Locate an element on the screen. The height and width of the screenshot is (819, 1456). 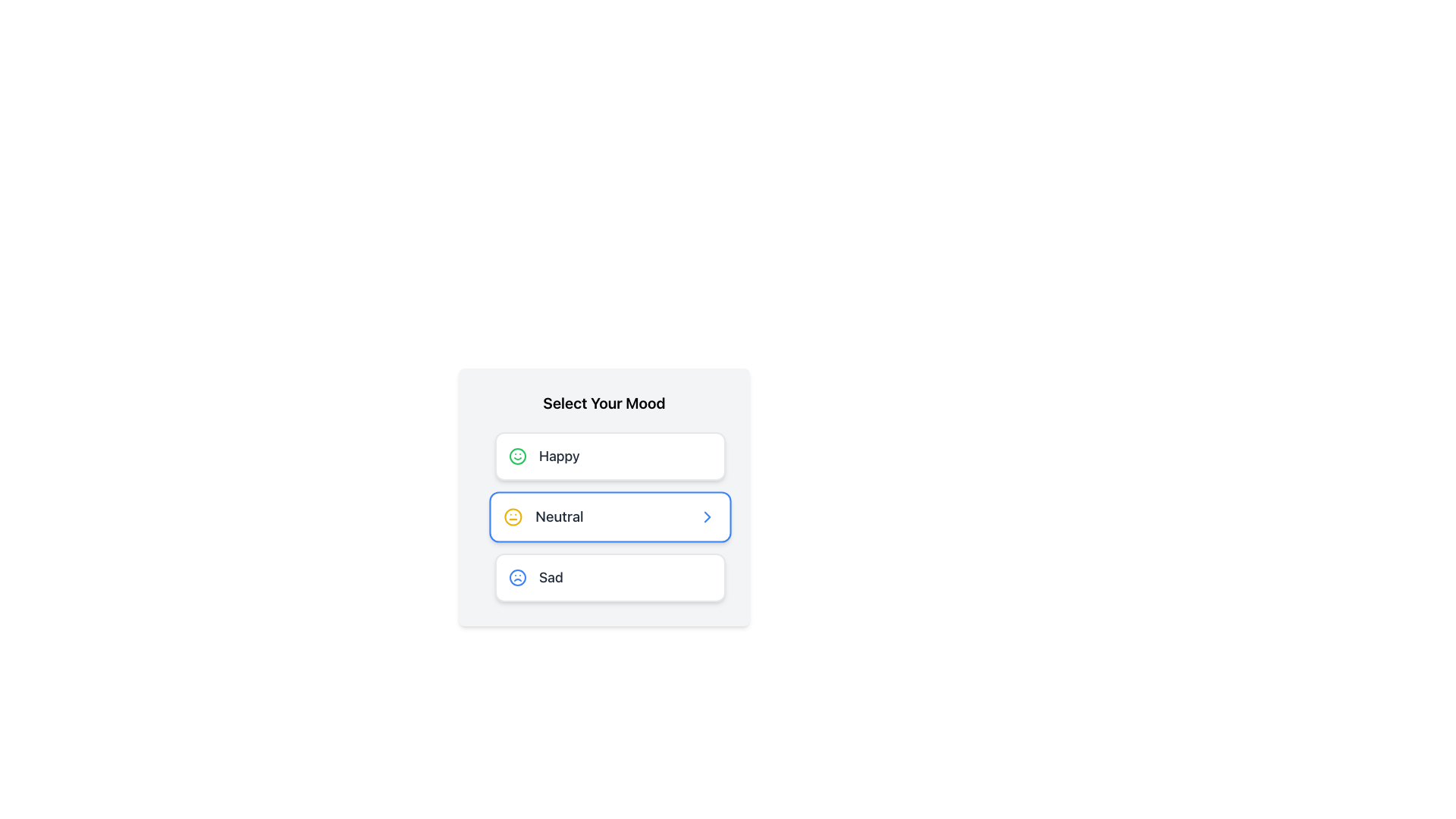
the 'Sad' mood selectable button located within the 'Select Your Mood' card is located at coordinates (603, 578).